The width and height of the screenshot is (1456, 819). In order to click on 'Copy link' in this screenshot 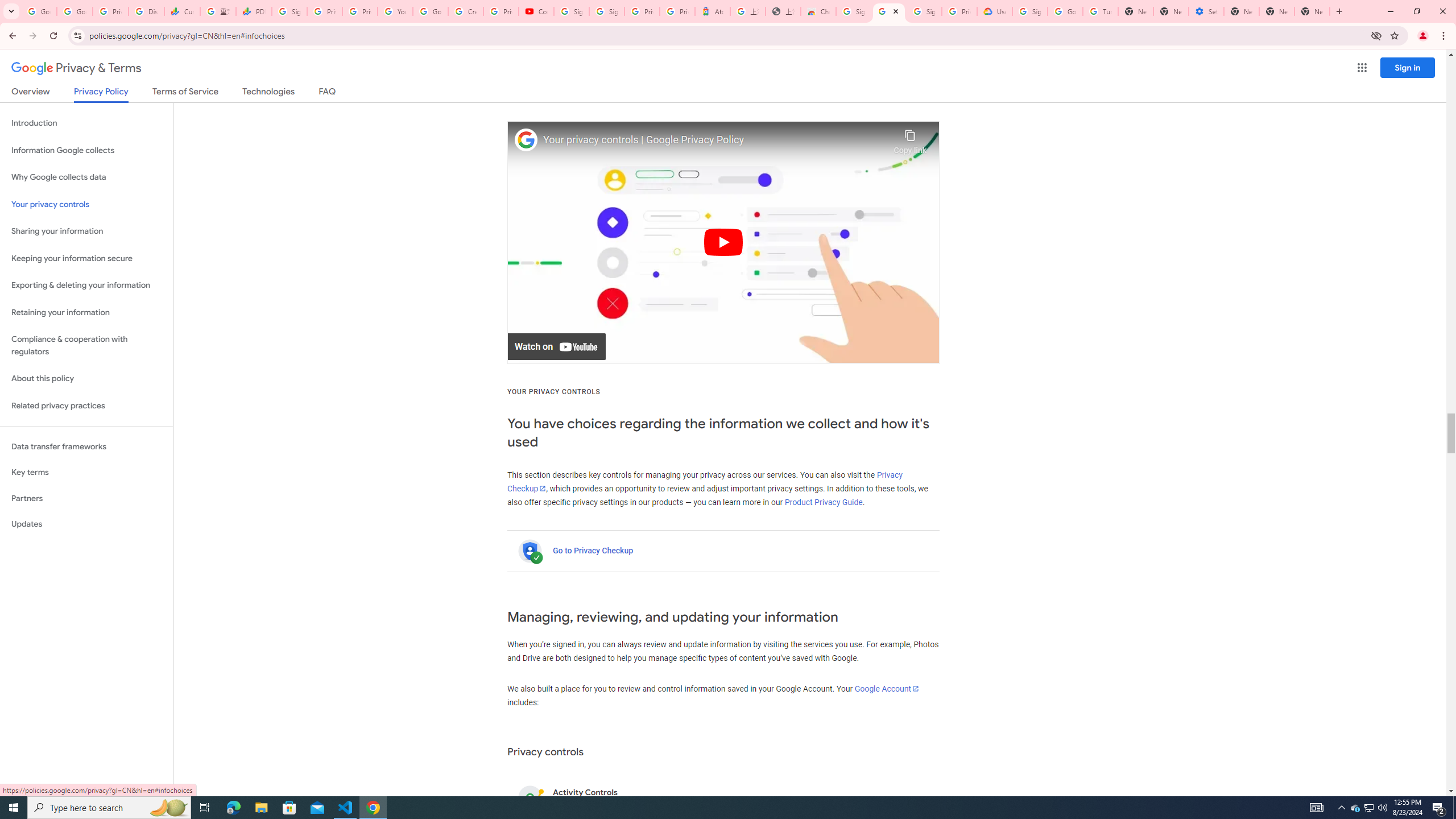, I will do `click(909, 139)`.